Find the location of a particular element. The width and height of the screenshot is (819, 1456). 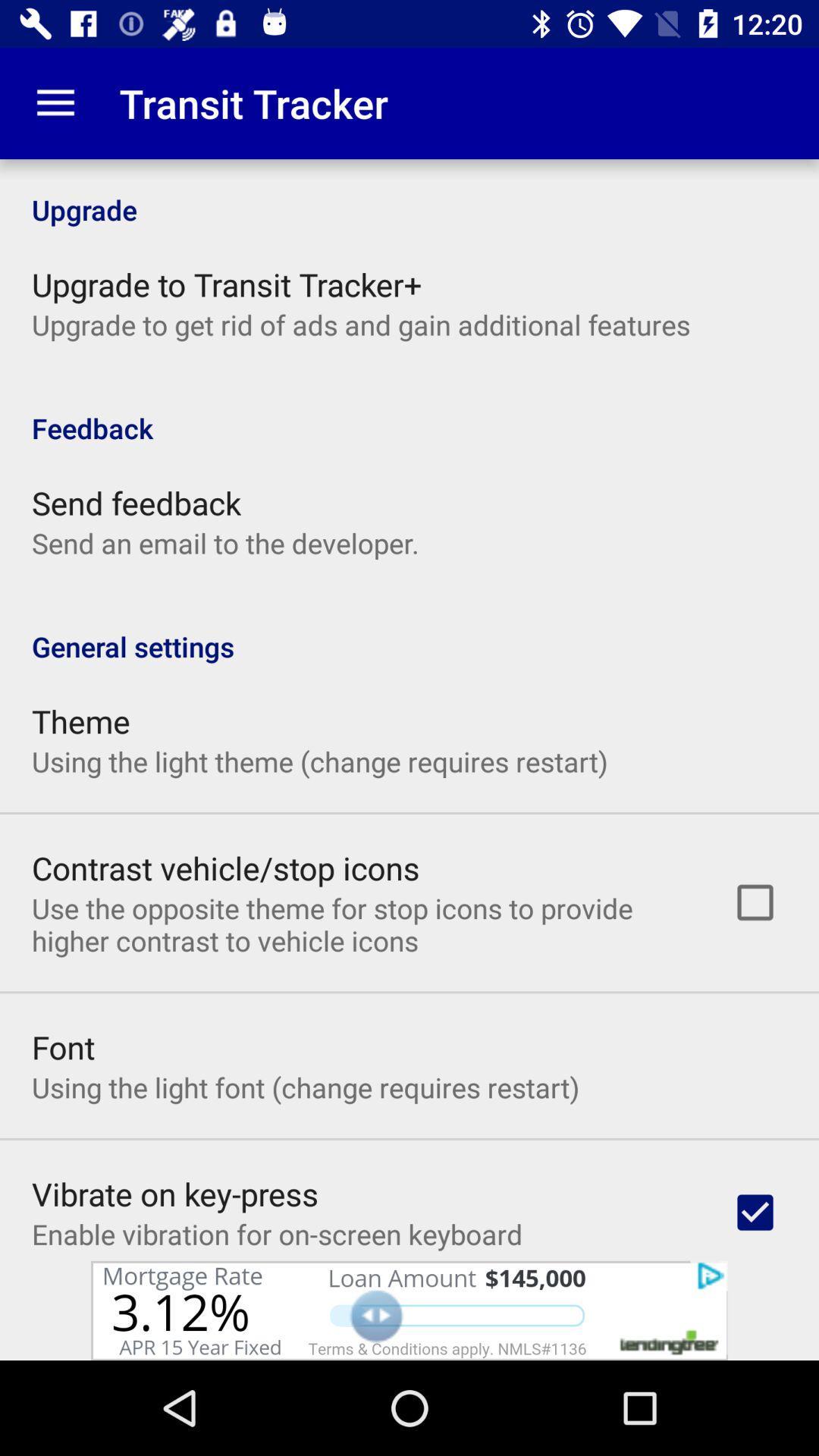

open advertisement is located at coordinates (409, 1310).